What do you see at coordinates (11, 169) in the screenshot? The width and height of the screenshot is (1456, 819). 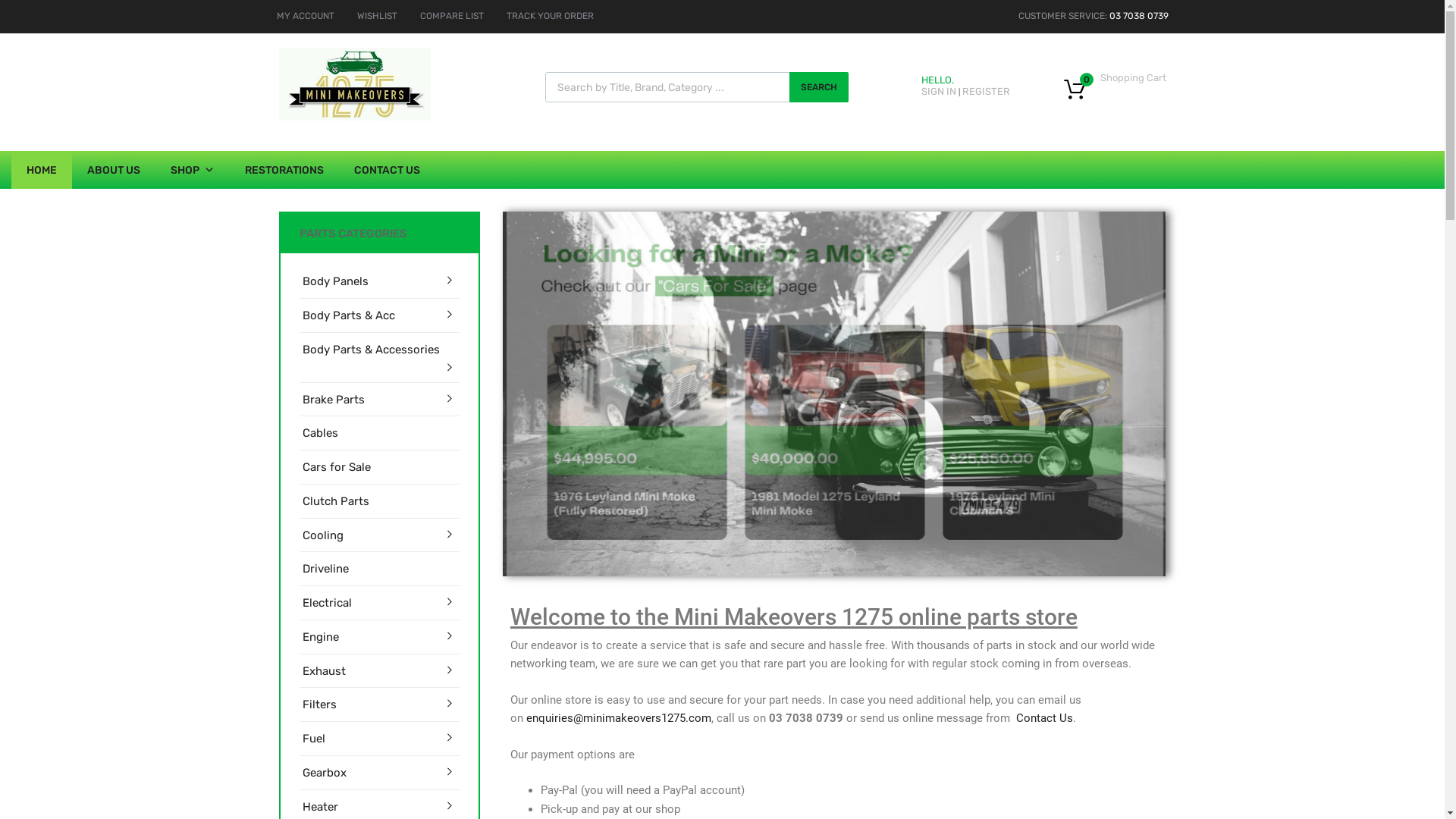 I see `'HOME'` at bounding box center [11, 169].